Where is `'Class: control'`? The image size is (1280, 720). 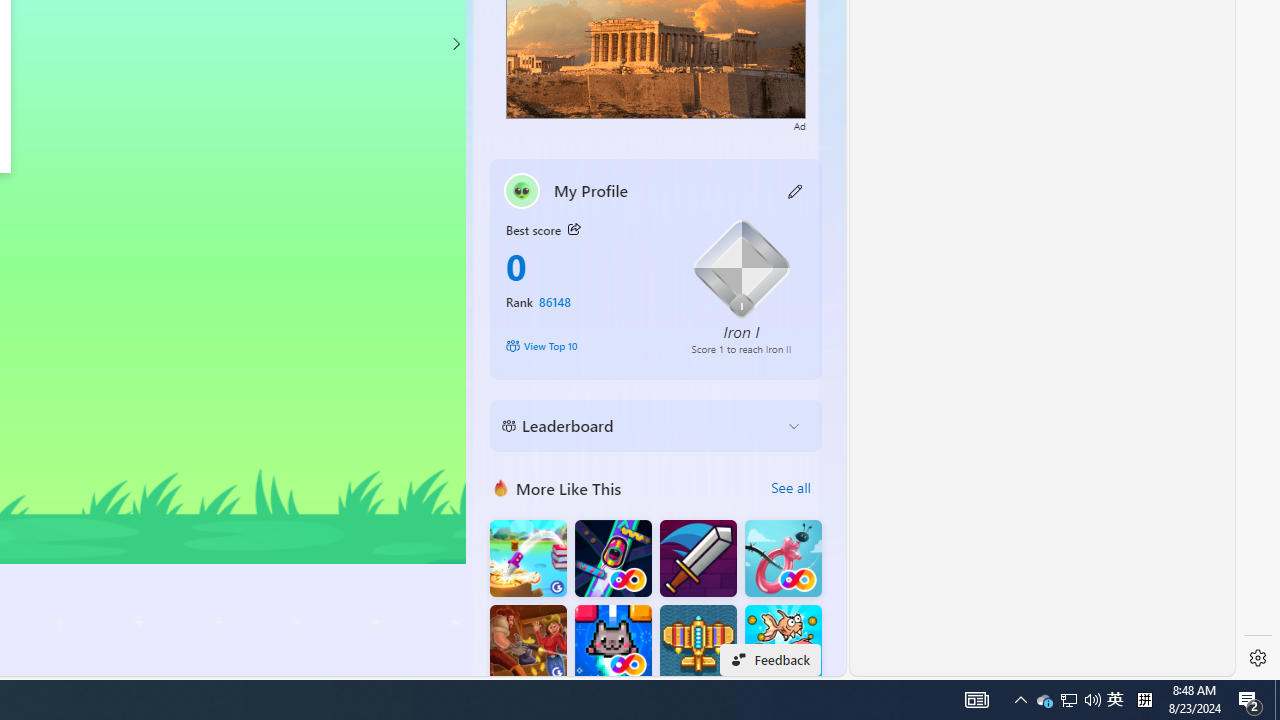 'Class: control' is located at coordinates (454, 43).